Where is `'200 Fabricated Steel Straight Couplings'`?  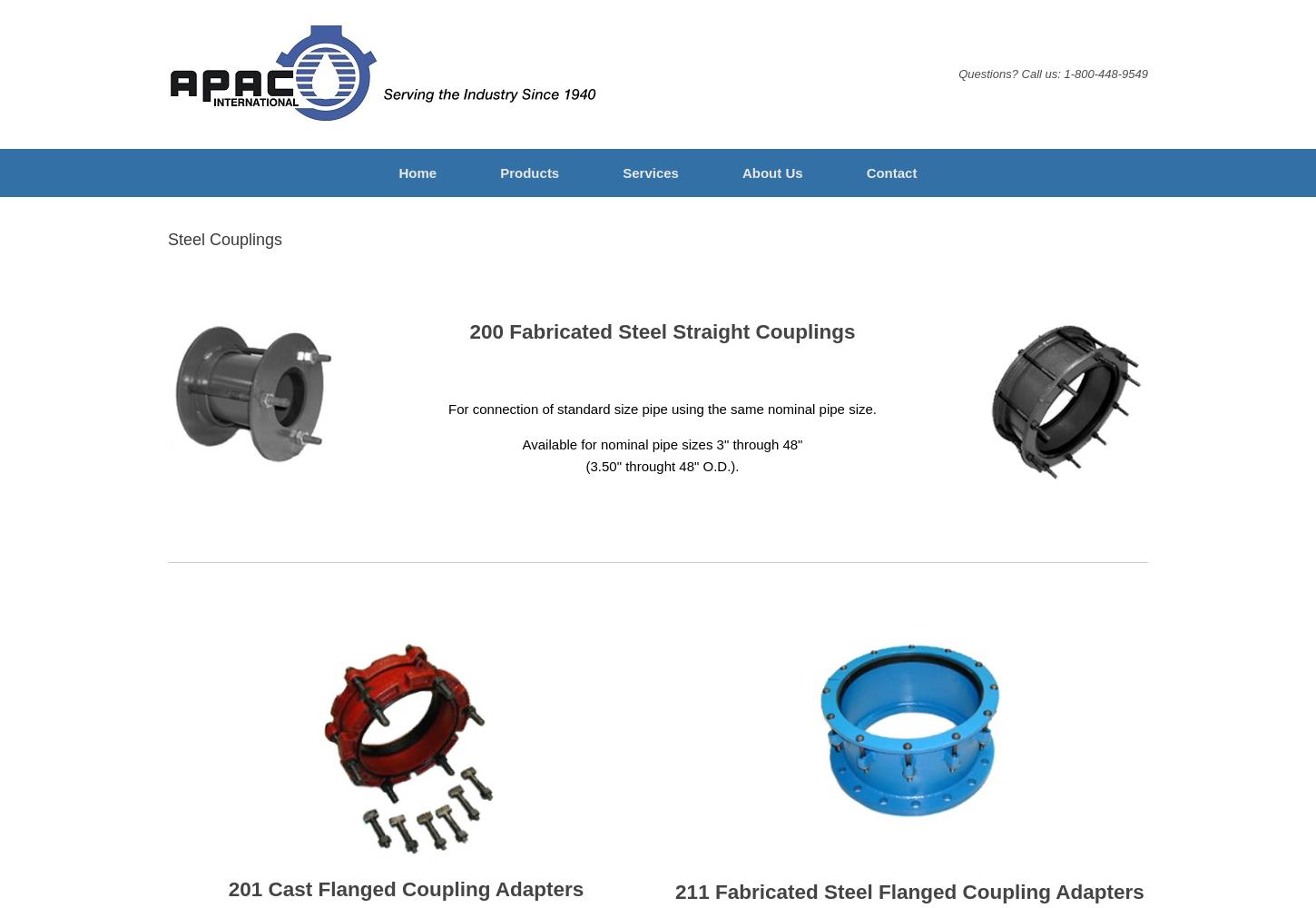 '200 Fabricated Steel Straight Couplings' is located at coordinates (662, 330).